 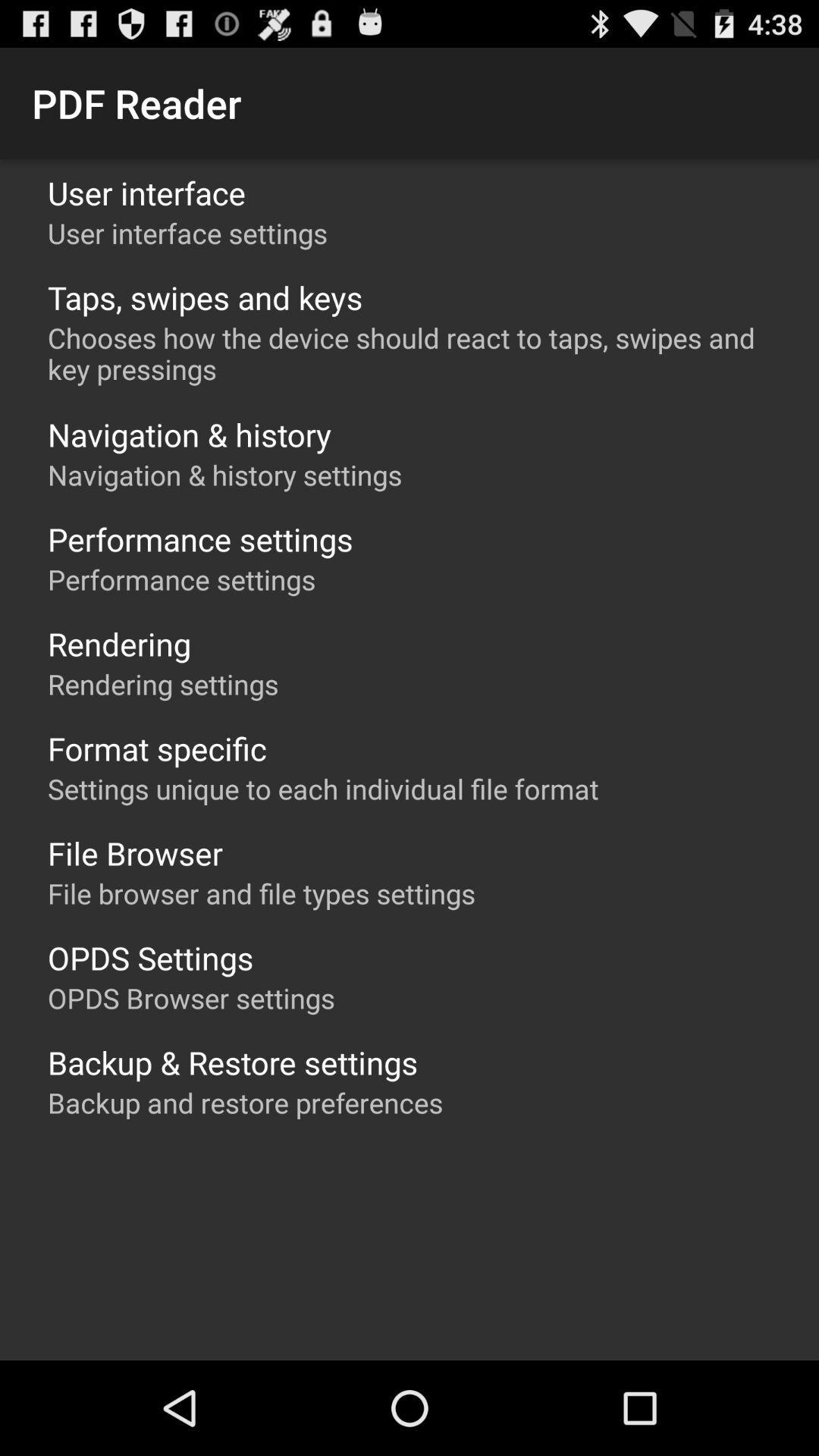 I want to click on the app at the top, so click(x=417, y=353).